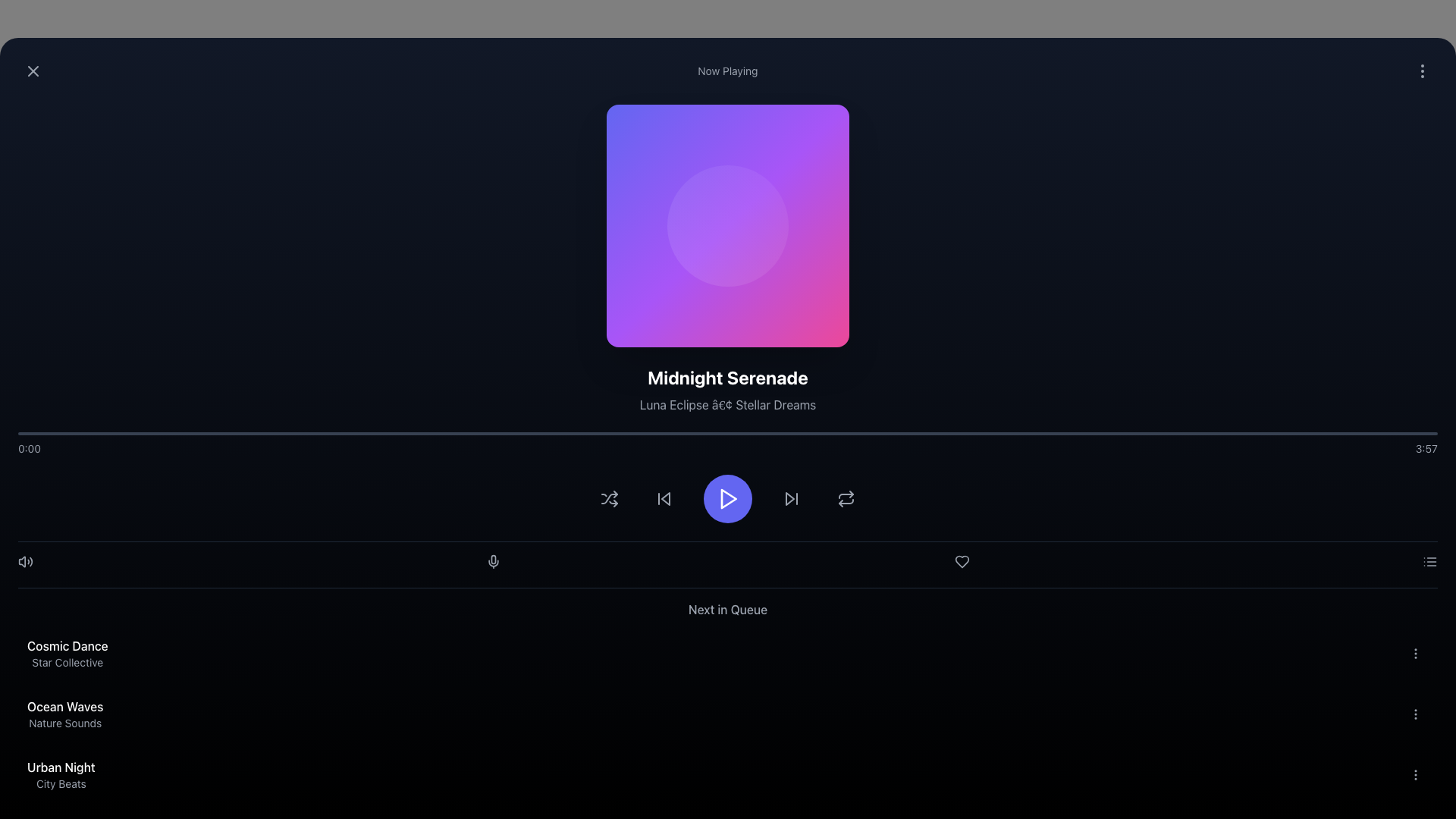 The image size is (1456, 819). Describe the element at coordinates (728, 499) in the screenshot. I see `the circular blue button with a triangular play icon` at that location.